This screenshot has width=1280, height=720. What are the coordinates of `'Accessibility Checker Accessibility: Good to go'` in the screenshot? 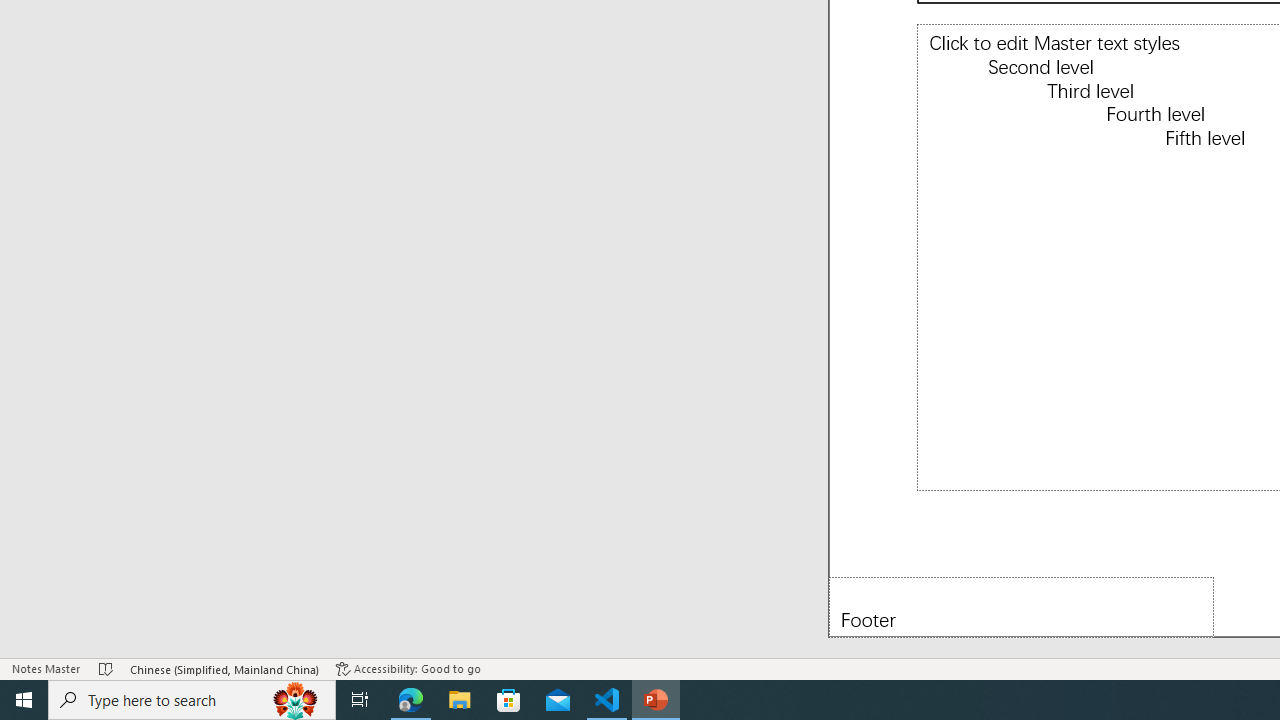 It's located at (407, 669).